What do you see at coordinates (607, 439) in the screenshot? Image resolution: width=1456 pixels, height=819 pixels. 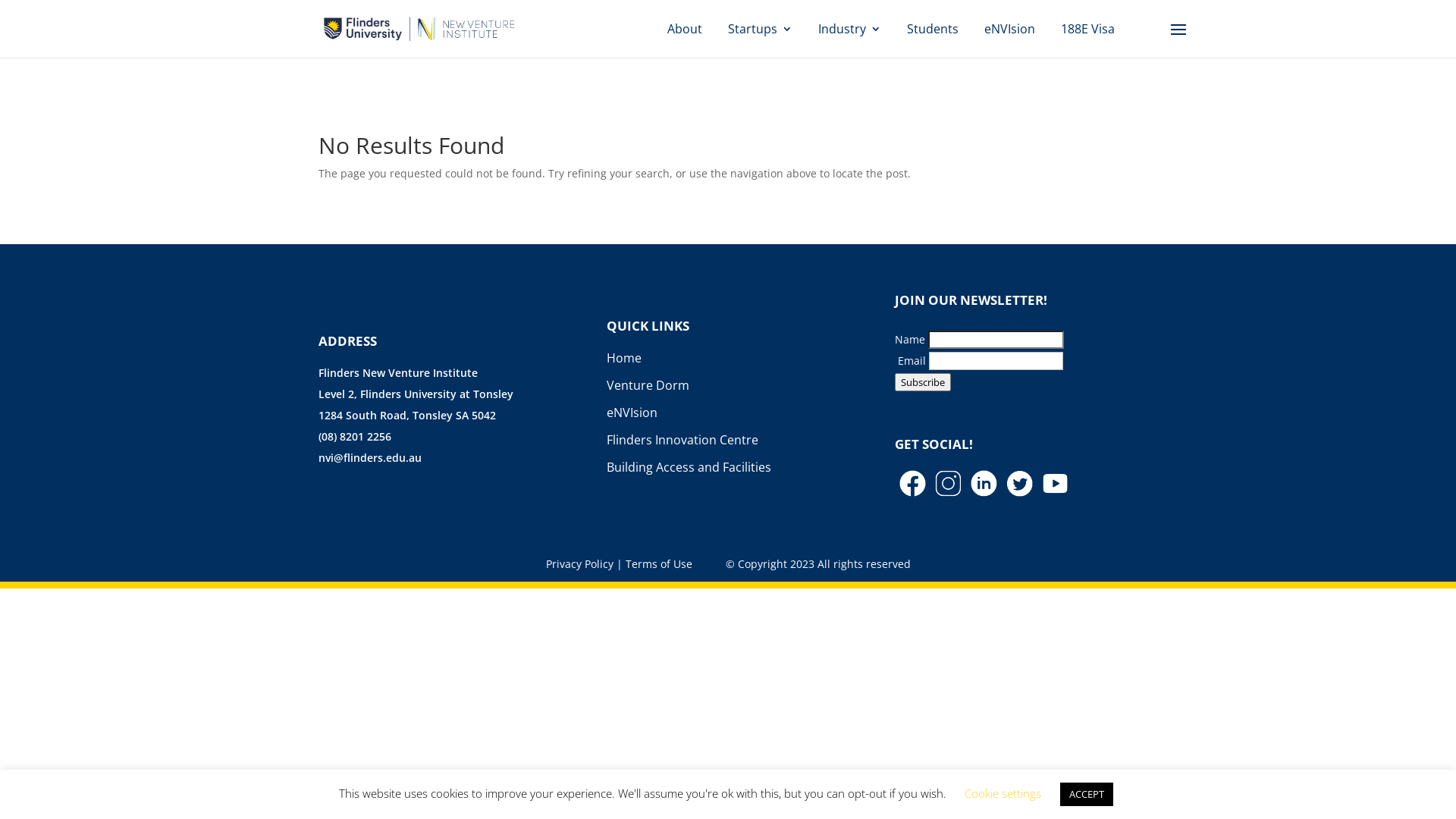 I see `'Flinders Innovation Centre'` at bounding box center [607, 439].